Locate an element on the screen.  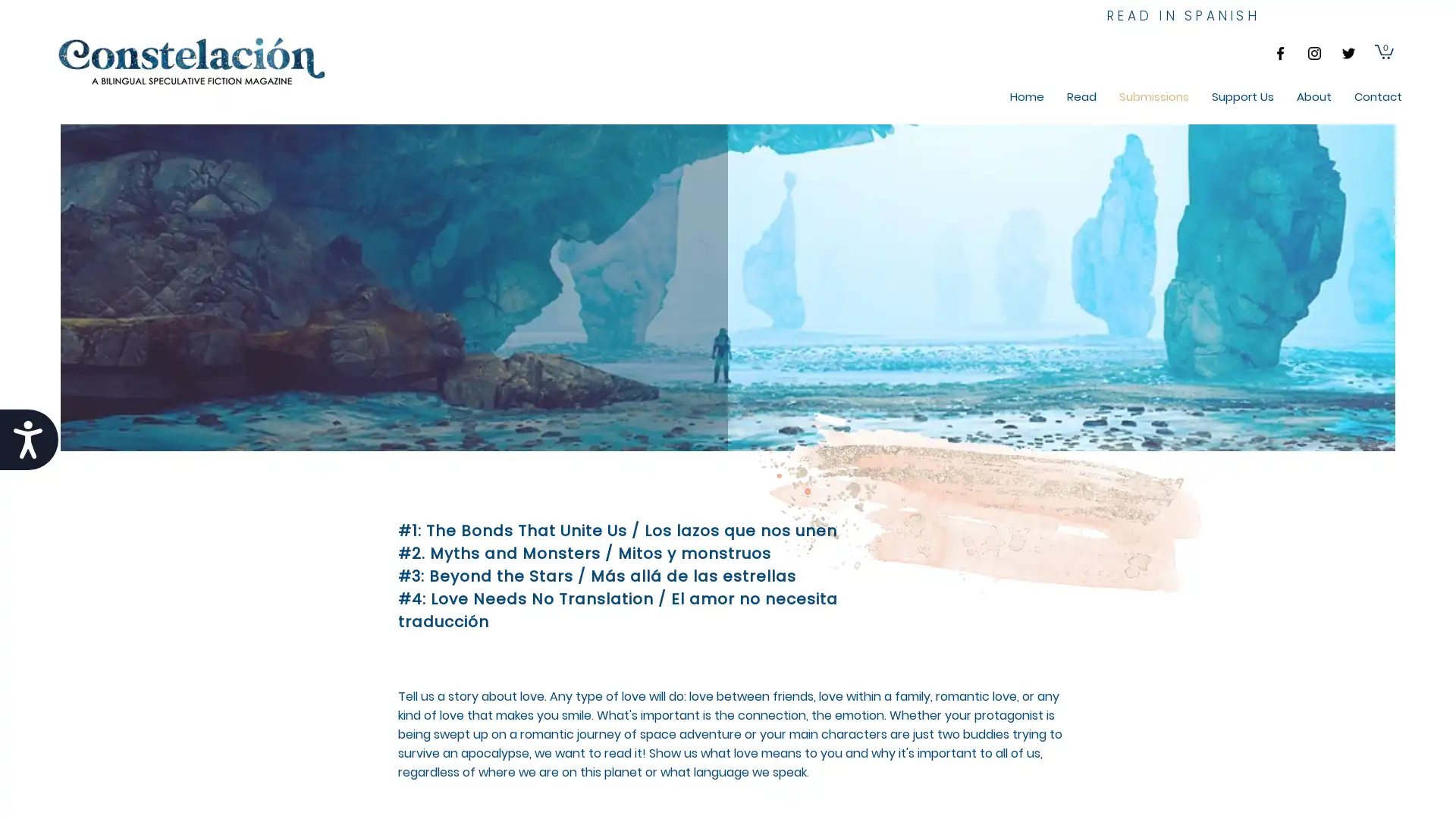
Cart with 0 items is located at coordinates (1384, 49).